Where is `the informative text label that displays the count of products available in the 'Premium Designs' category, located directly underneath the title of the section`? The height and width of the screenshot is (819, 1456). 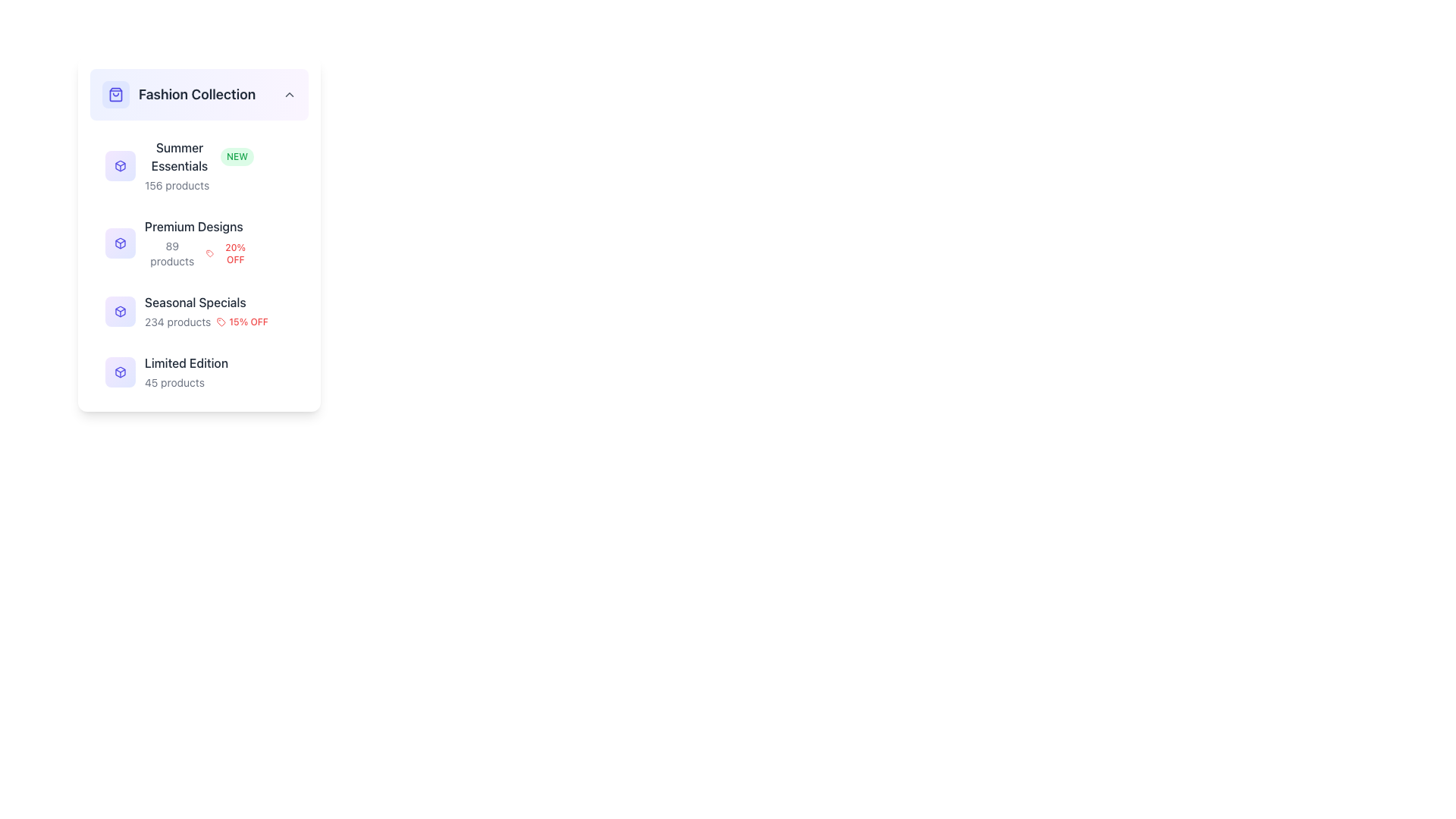
the informative text label that displays the count of products available in the 'Premium Designs' category, located directly underneath the title of the section is located at coordinates (172, 253).